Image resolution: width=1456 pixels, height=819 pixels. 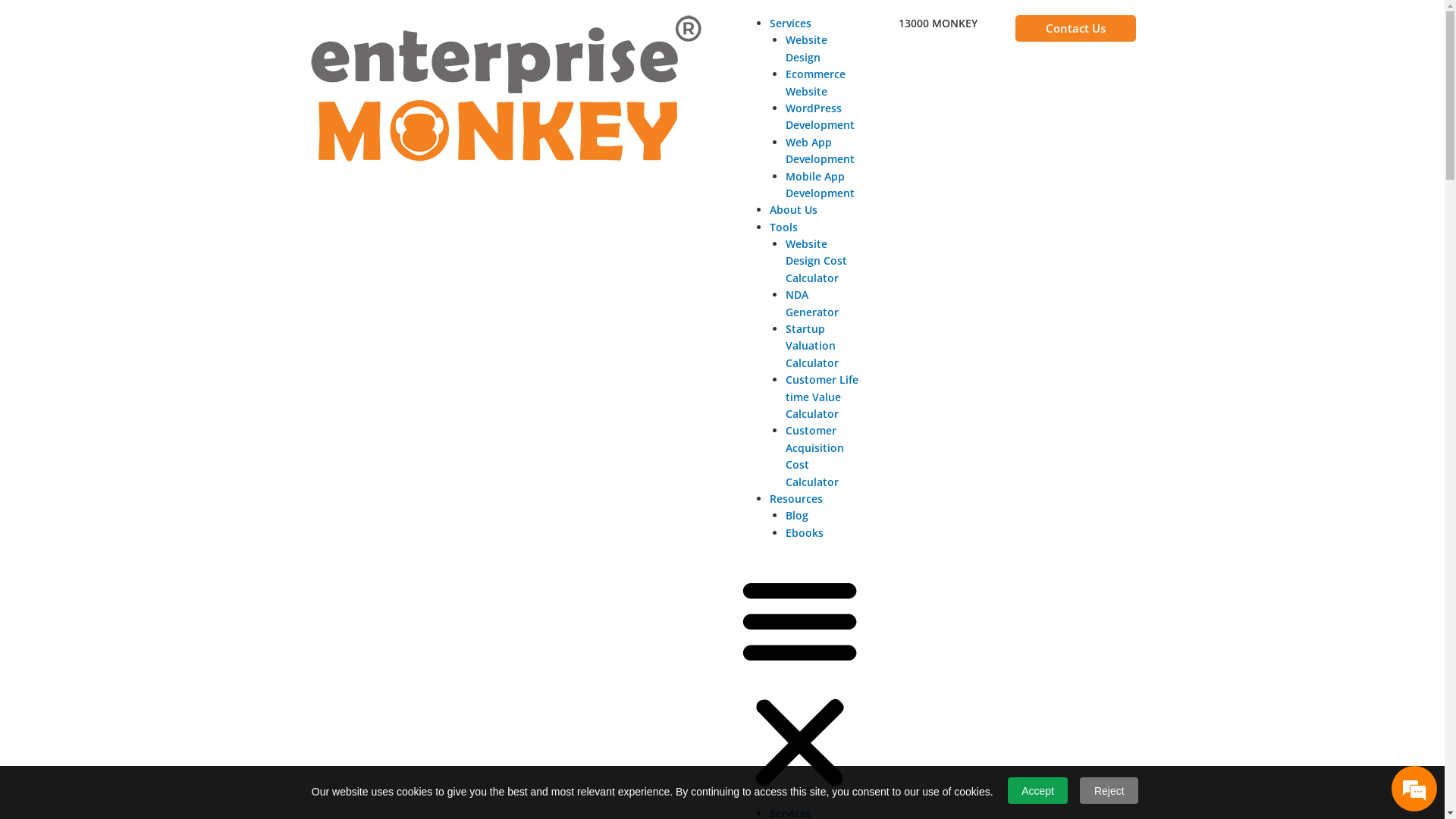 What do you see at coordinates (814, 82) in the screenshot?
I see `'Ecommerce Website'` at bounding box center [814, 82].